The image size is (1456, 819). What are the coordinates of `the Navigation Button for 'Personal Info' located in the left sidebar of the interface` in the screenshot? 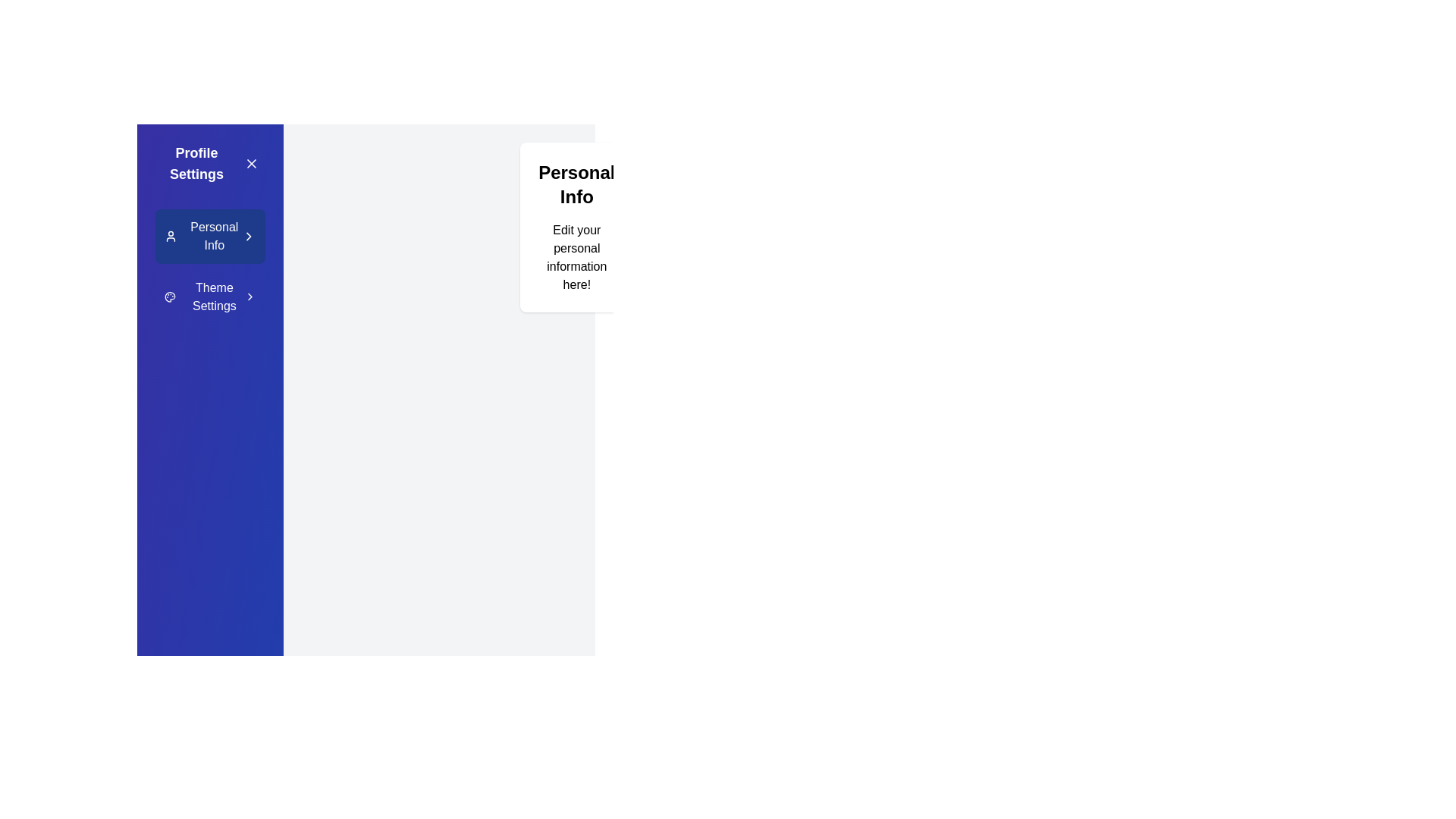 It's located at (213, 237).